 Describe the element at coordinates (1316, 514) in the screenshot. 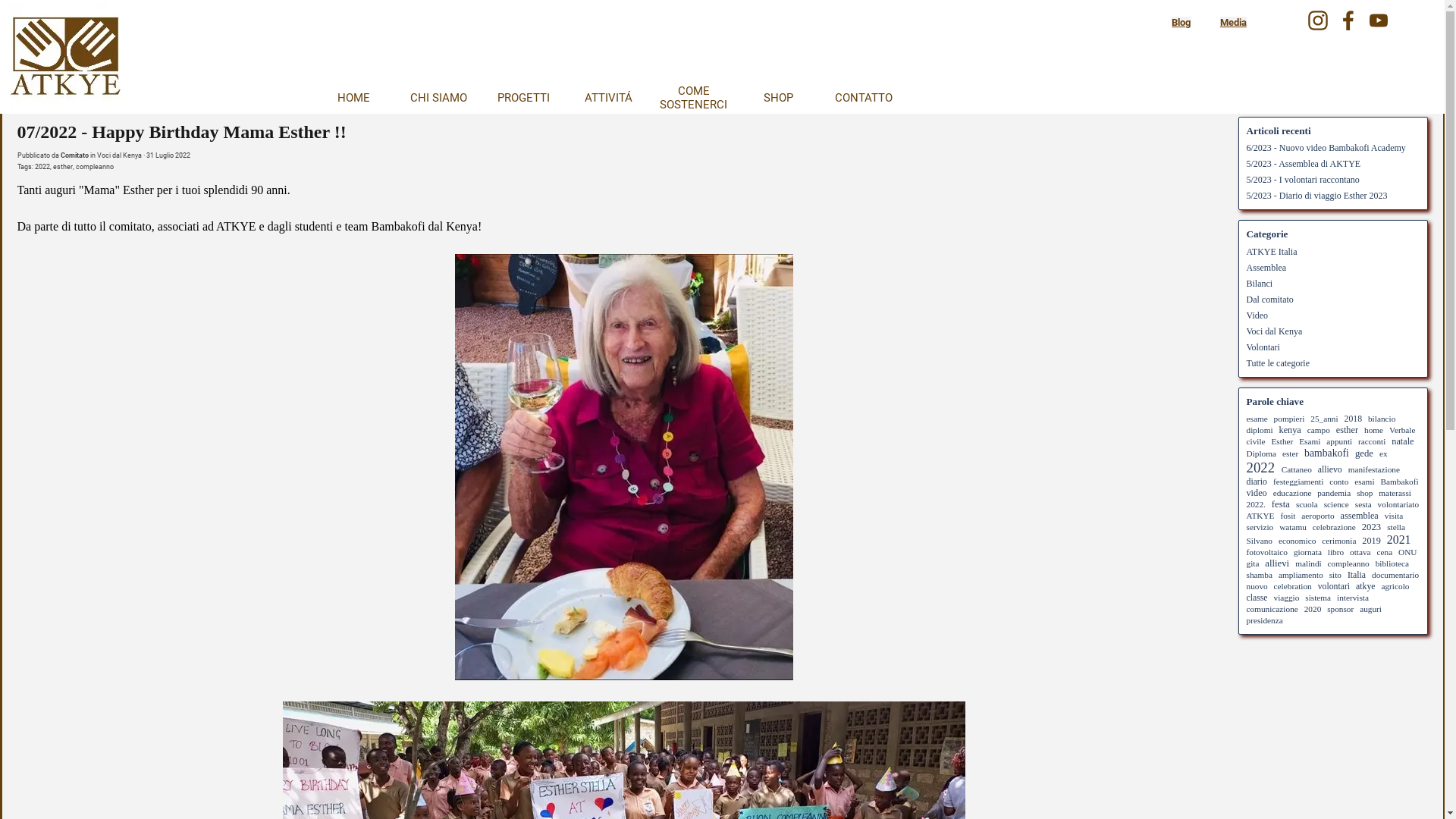

I see `'aeroporto'` at that location.